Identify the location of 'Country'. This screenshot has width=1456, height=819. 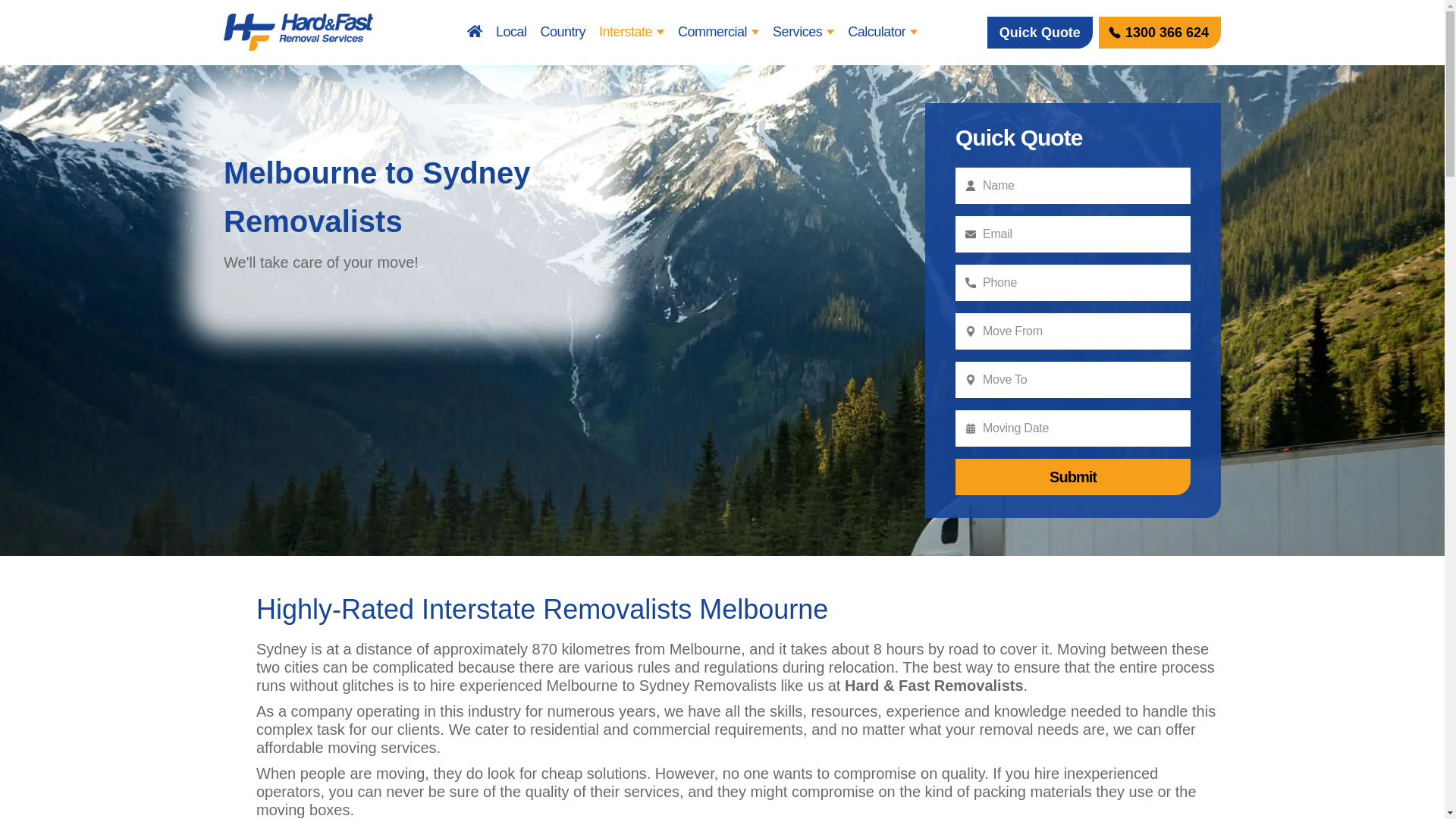
(562, 32).